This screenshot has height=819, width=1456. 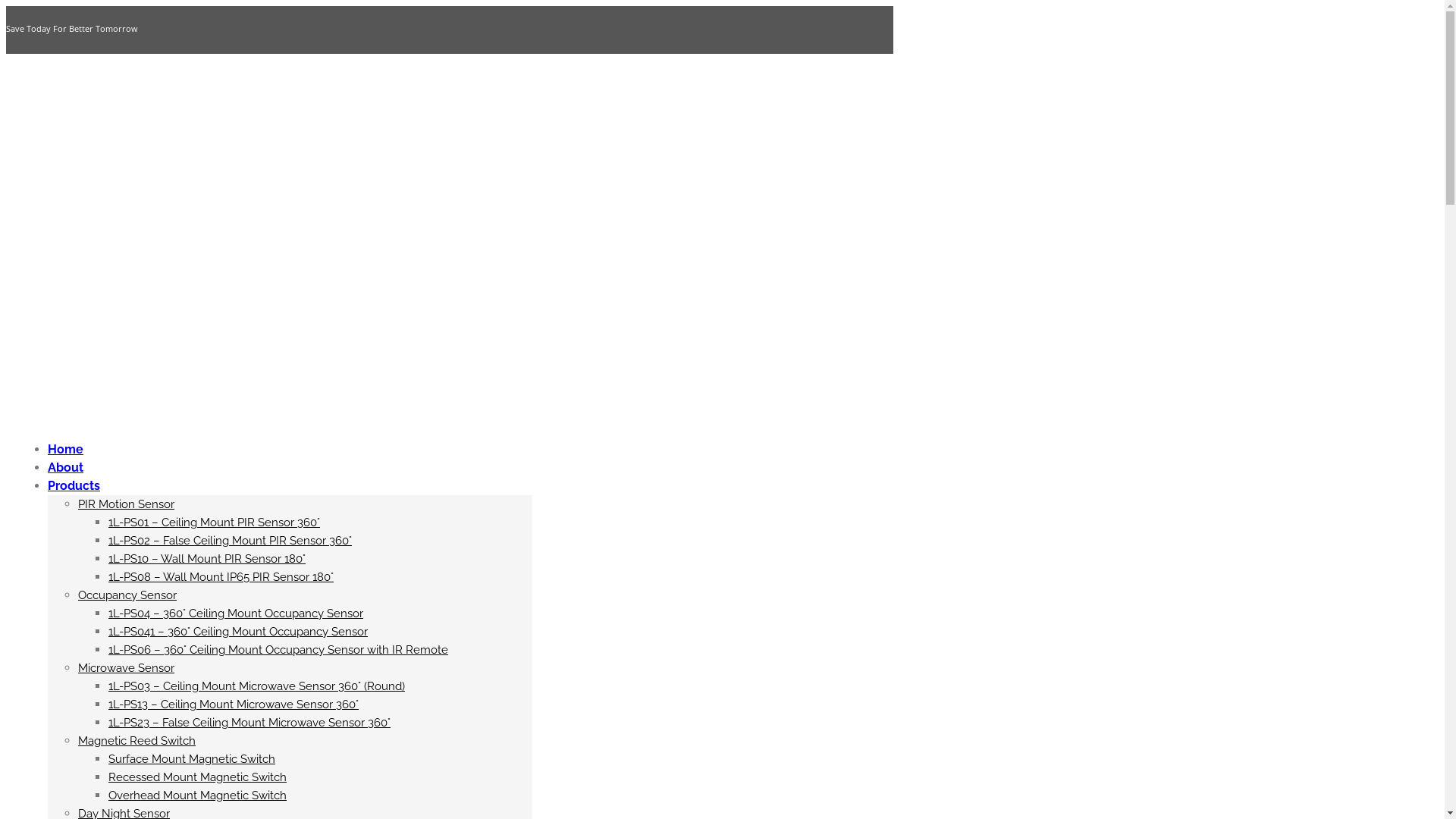 What do you see at coordinates (191, 759) in the screenshot?
I see `'Surface Mount Magnetic Switch'` at bounding box center [191, 759].